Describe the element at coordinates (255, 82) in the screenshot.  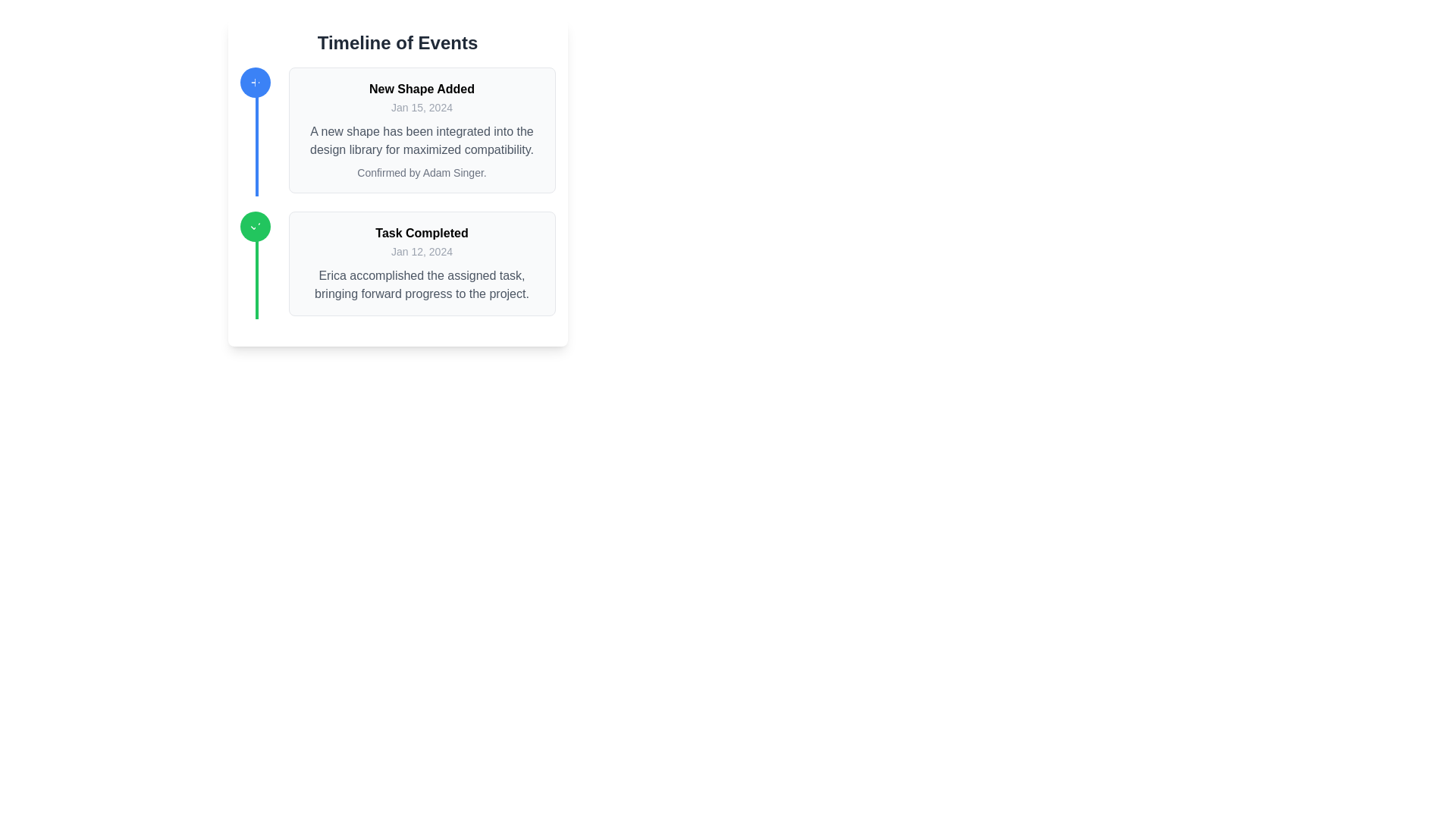
I see `the circular icon with a blue background and a white plus sign, located to the left of the 'New Shape Added' section in the timeline layout` at that location.